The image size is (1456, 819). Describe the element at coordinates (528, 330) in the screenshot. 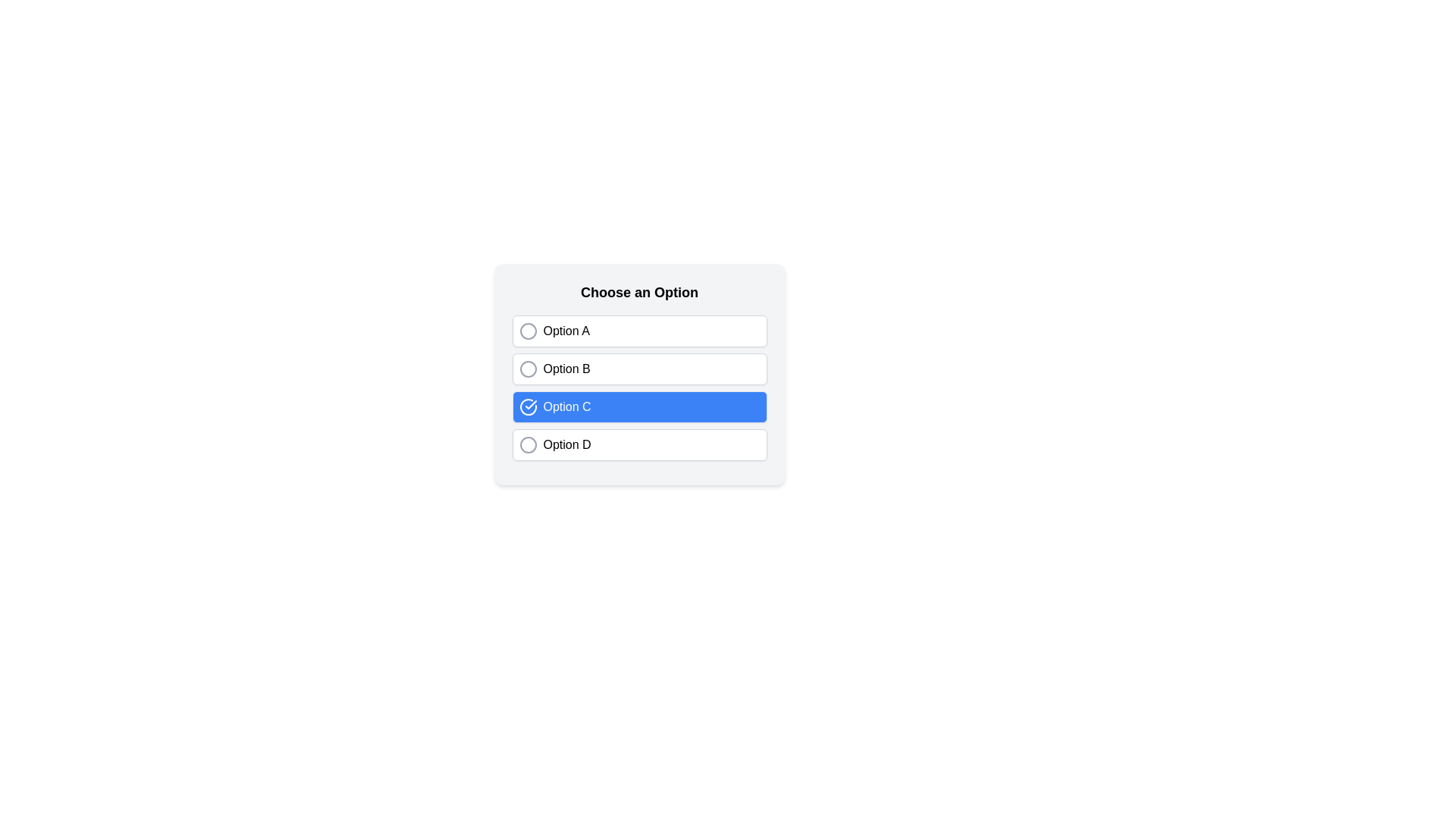

I see `the decorative circle icon adjacent to the label 'Option A' in the selection list` at that location.